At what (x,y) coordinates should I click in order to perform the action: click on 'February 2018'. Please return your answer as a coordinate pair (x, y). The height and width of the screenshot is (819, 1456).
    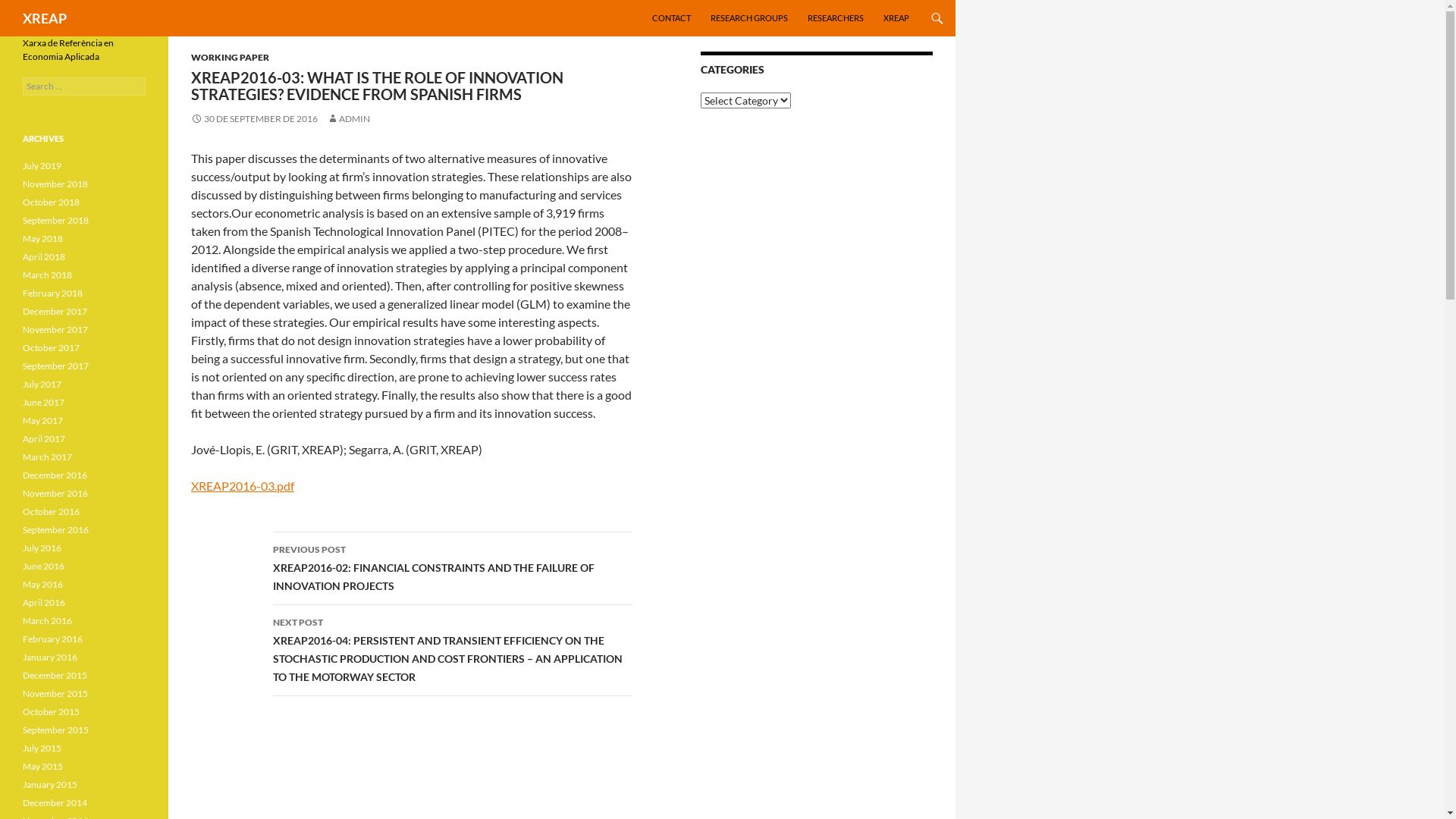
    Looking at the image, I should click on (52, 293).